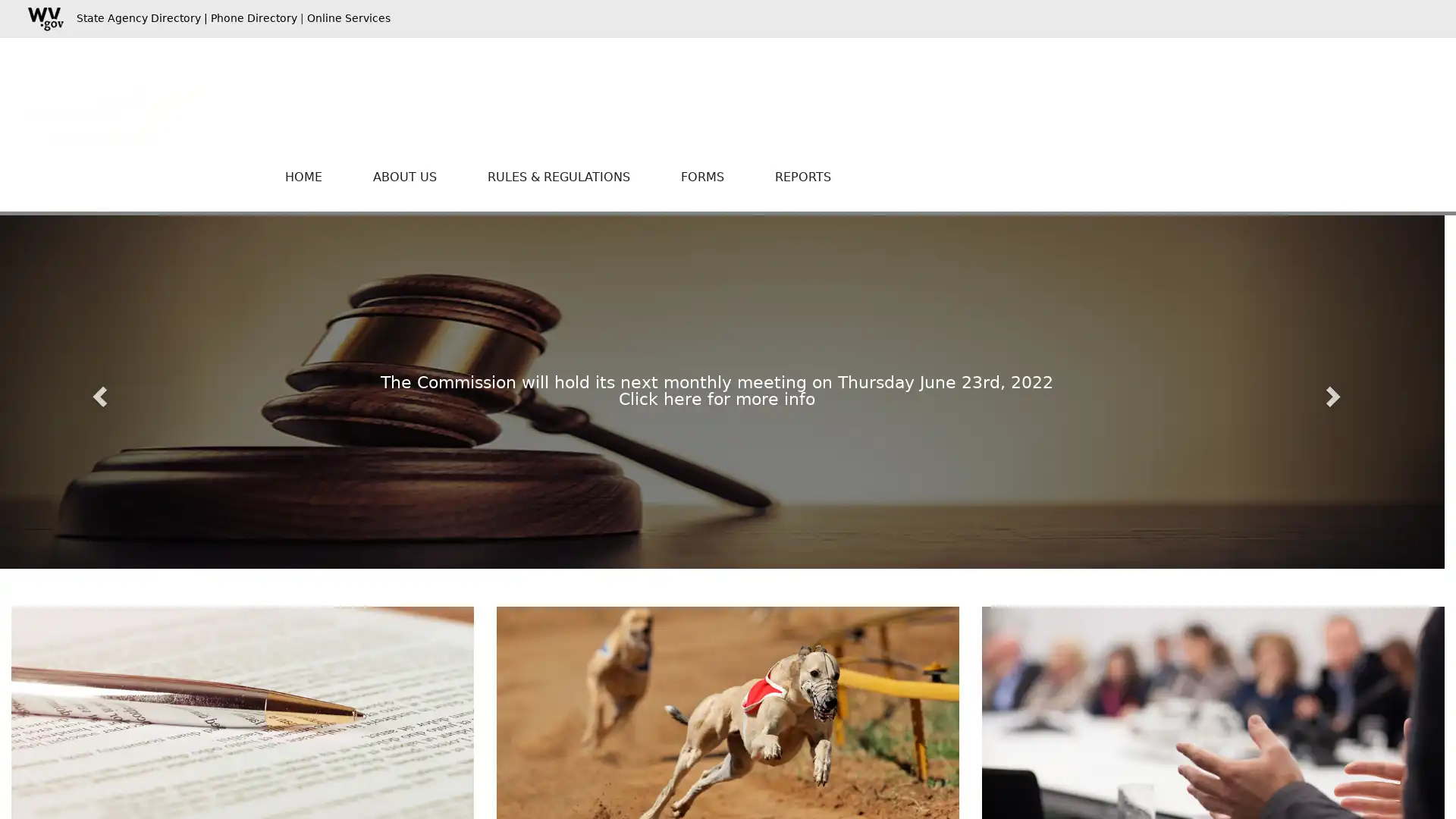 This screenshot has width=1456, height=819. Describe the element at coordinates (1335, 391) in the screenshot. I see `Next` at that location.